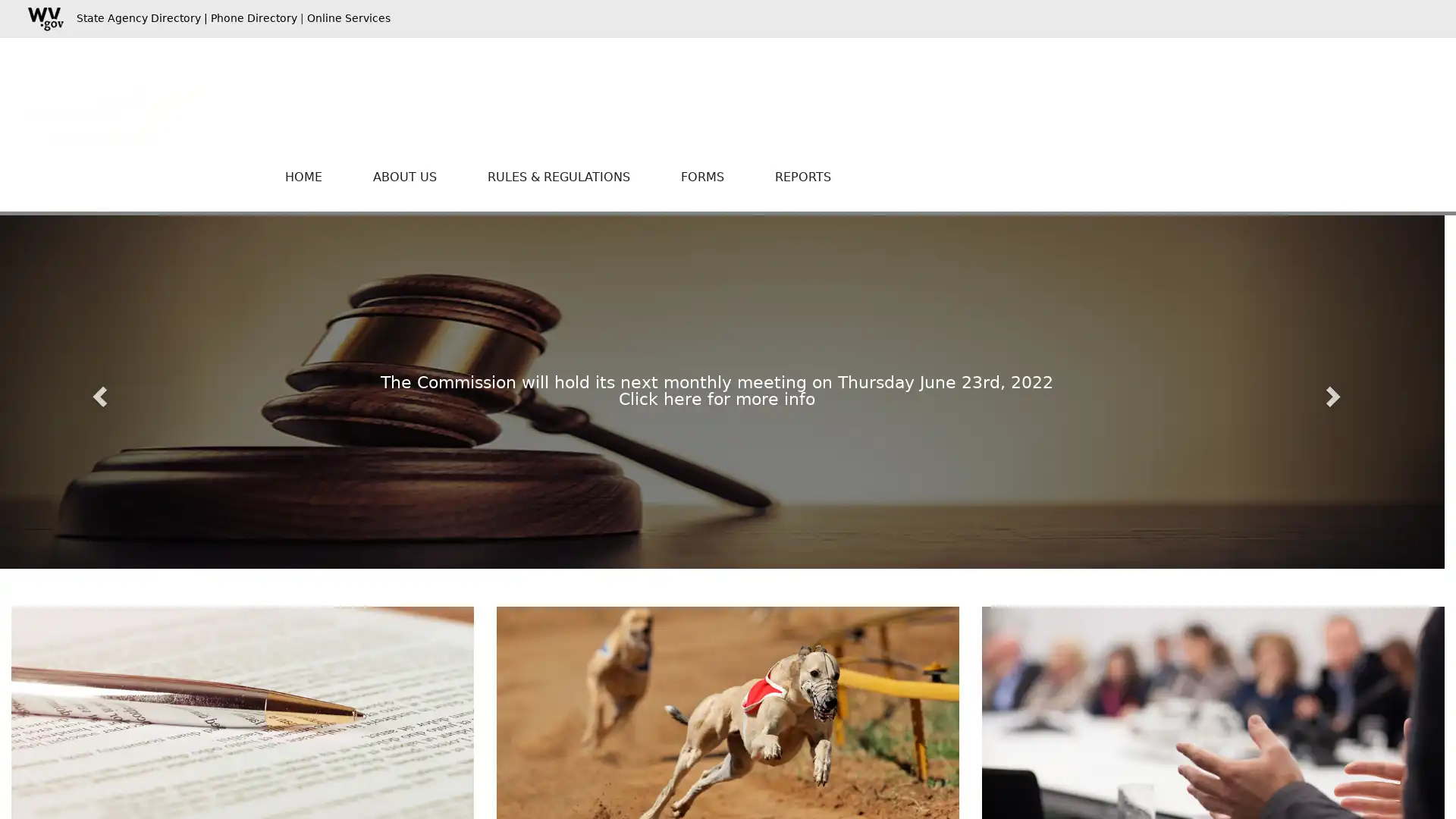 This screenshot has width=1456, height=819. Describe the element at coordinates (1335, 391) in the screenshot. I see `Next` at that location.